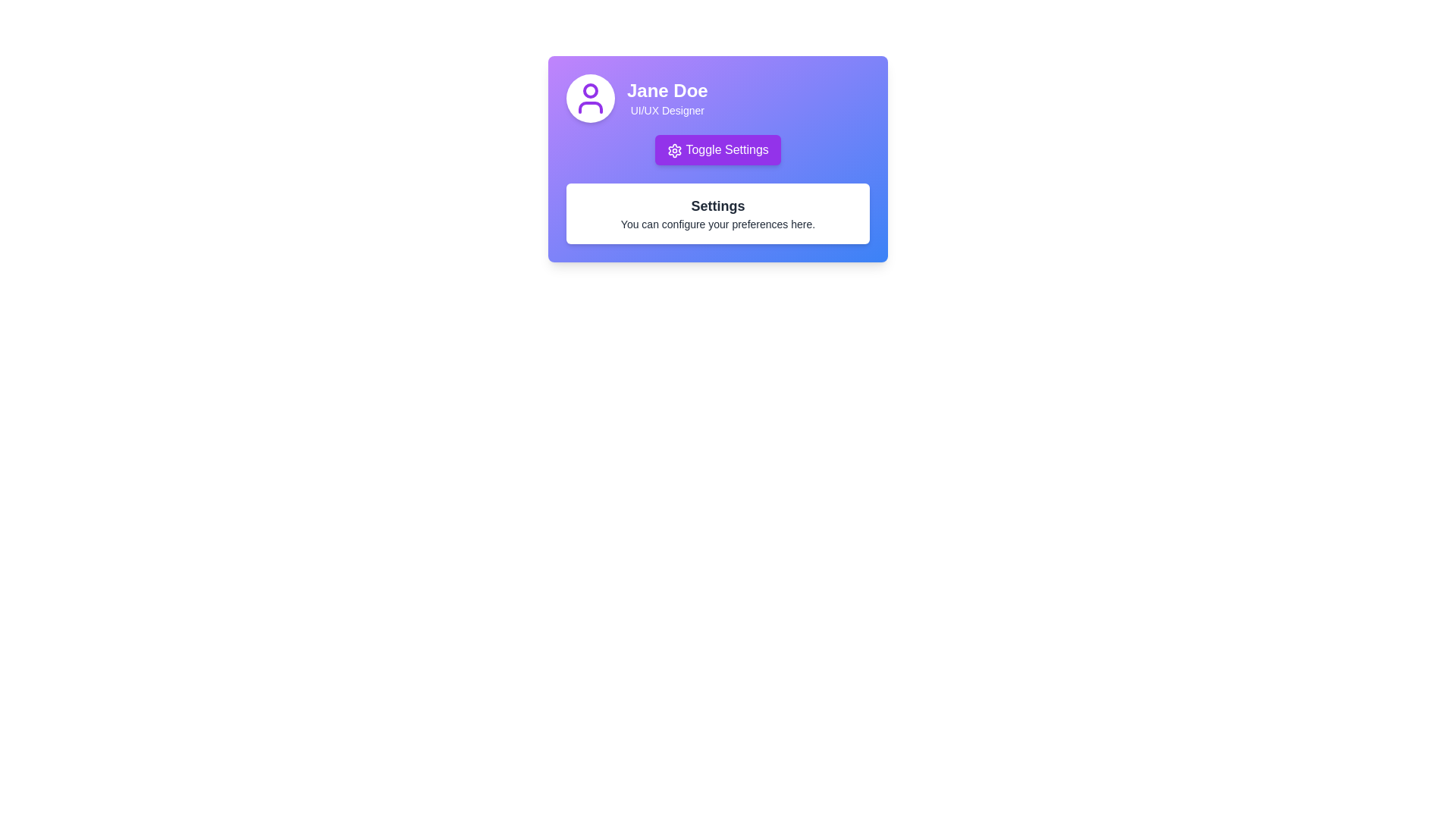 This screenshot has width=1456, height=819. What do you see at coordinates (674, 150) in the screenshot?
I see `the settings gear icon located to the left of the 'Toggle Settings' button` at bounding box center [674, 150].